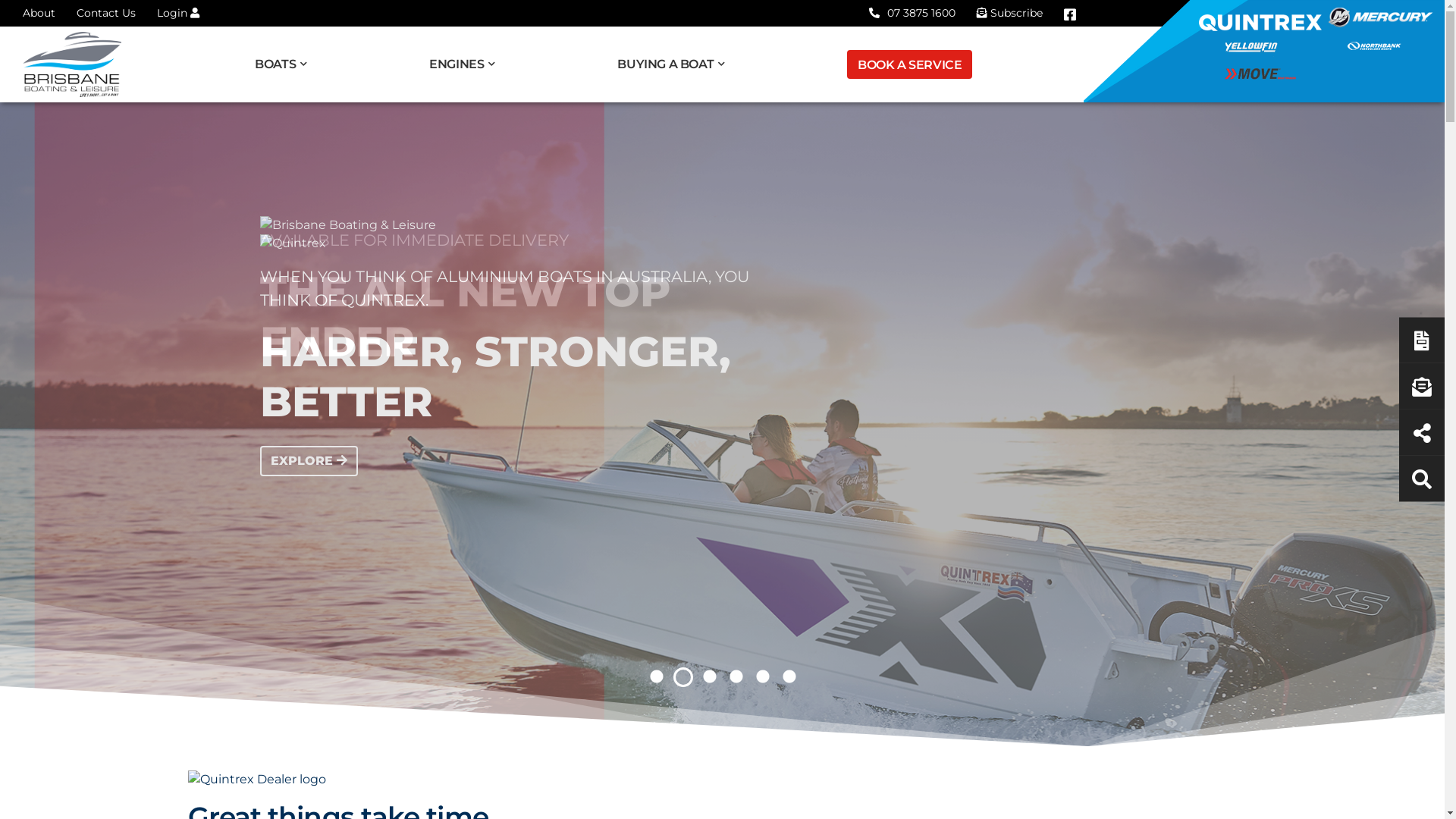  What do you see at coordinates (655, 676) in the screenshot?
I see `'1'` at bounding box center [655, 676].